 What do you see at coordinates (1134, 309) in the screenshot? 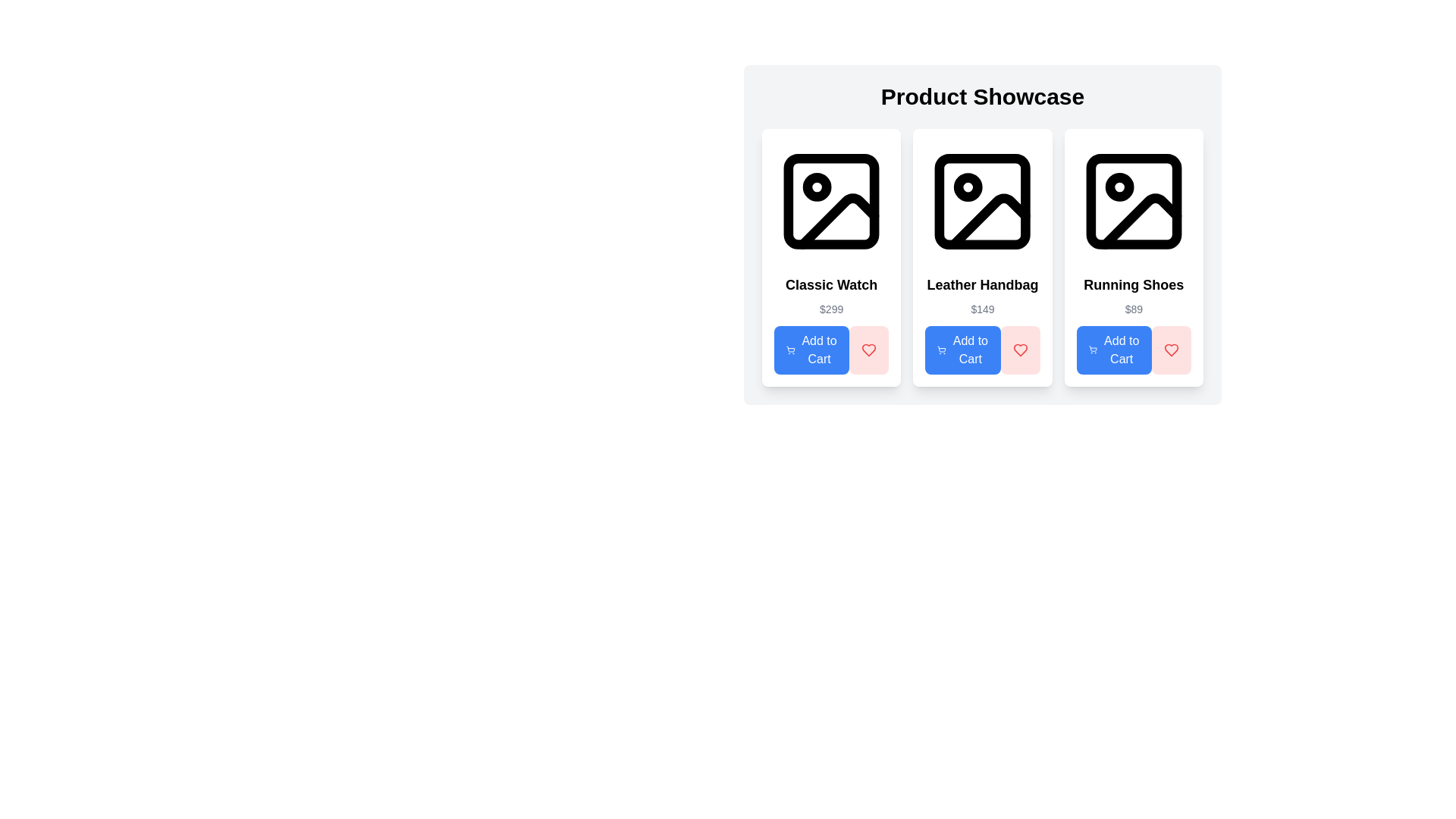
I see `the price text label in the third product card located beneath the title 'Running Shoes' and above the 'Add to Cart' button` at bounding box center [1134, 309].